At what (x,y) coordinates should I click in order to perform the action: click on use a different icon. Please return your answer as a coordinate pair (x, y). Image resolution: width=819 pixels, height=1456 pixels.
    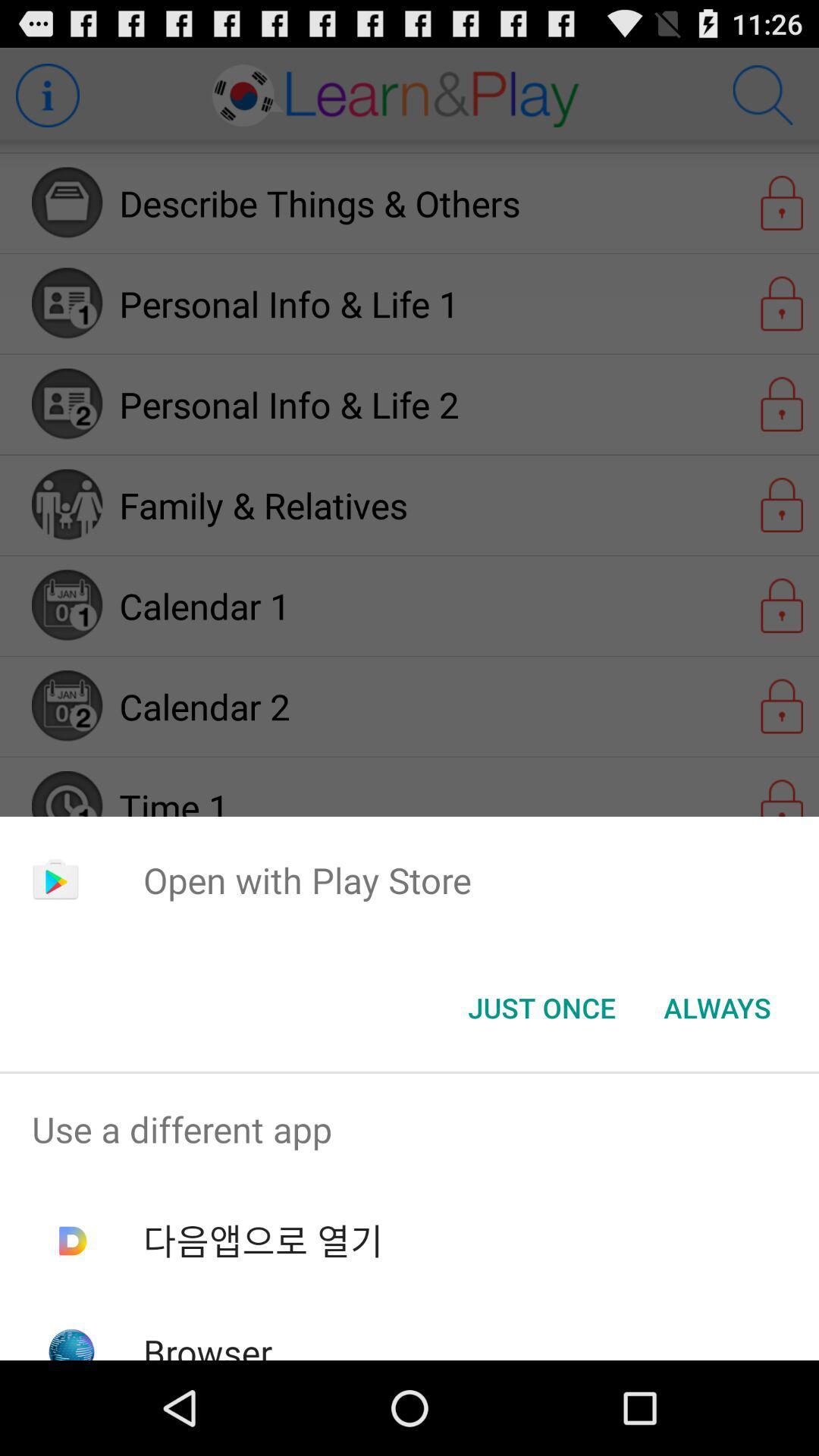
    Looking at the image, I should click on (409, 1129).